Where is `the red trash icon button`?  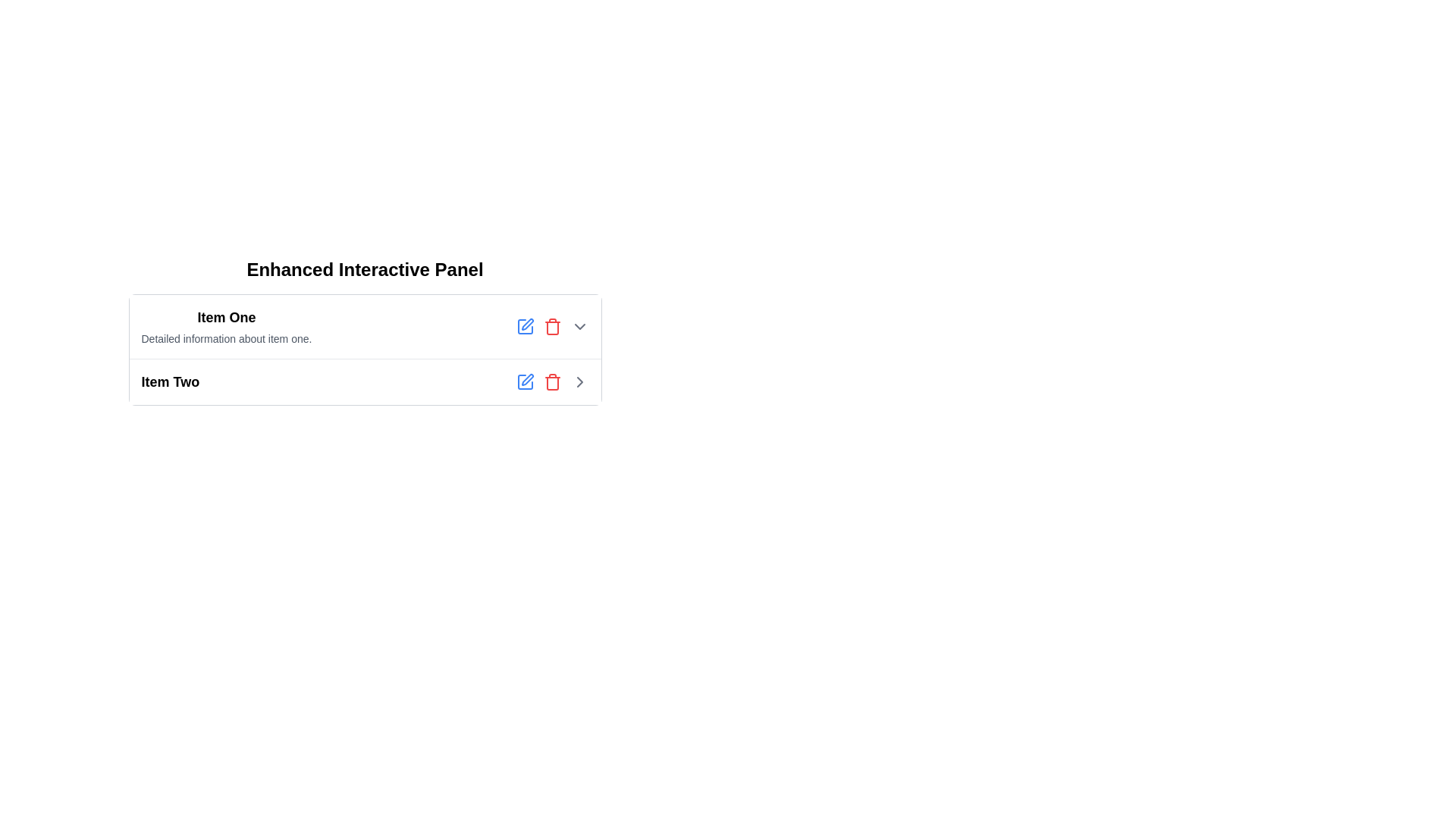 the red trash icon button is located at coordinates (551, 381).